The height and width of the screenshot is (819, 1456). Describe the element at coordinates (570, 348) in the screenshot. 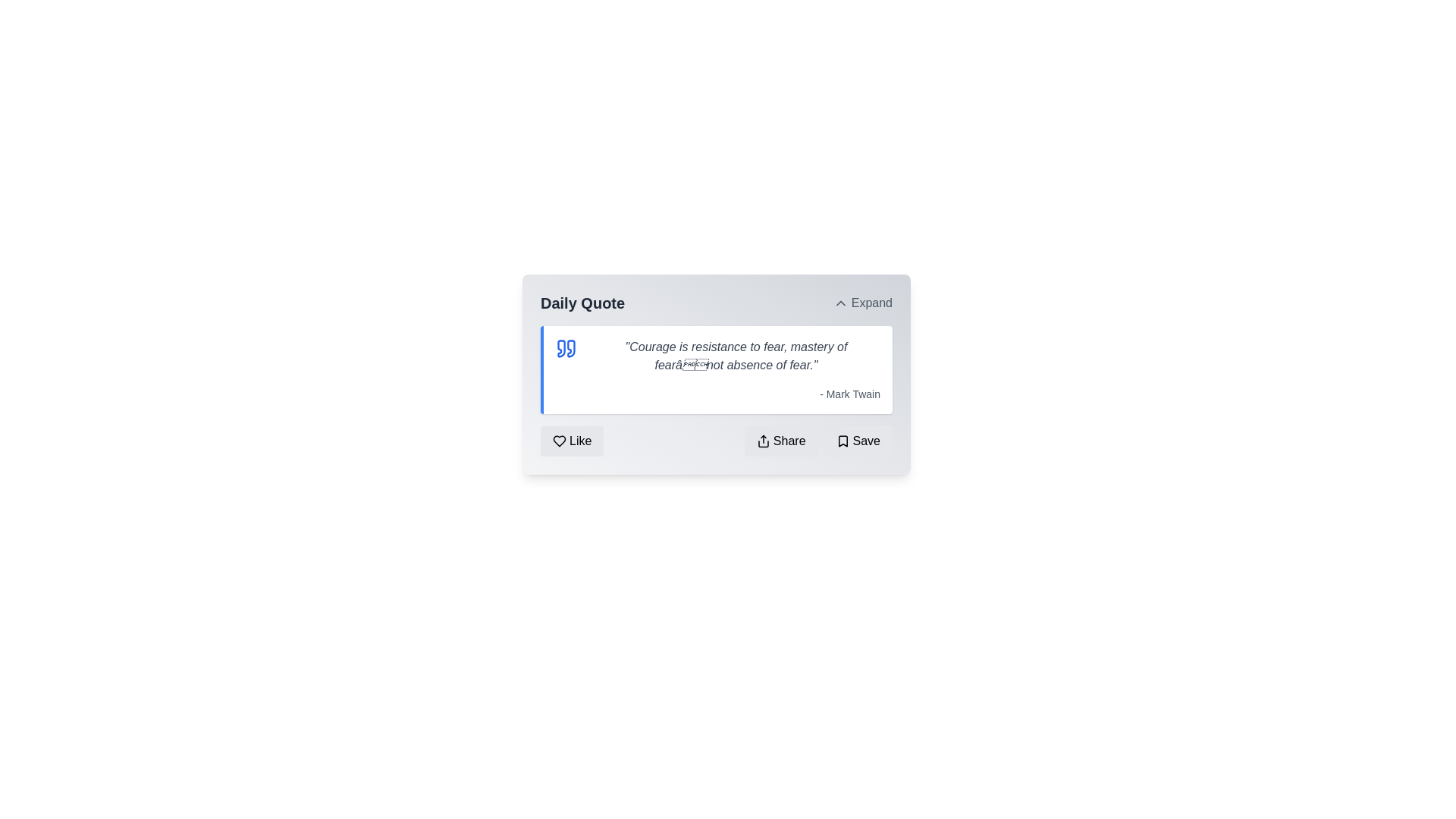

I see `the upper left quotation mark icon in the Daily Quote panel, which visually represents a quotation mark and signifies quoted text` at that location.